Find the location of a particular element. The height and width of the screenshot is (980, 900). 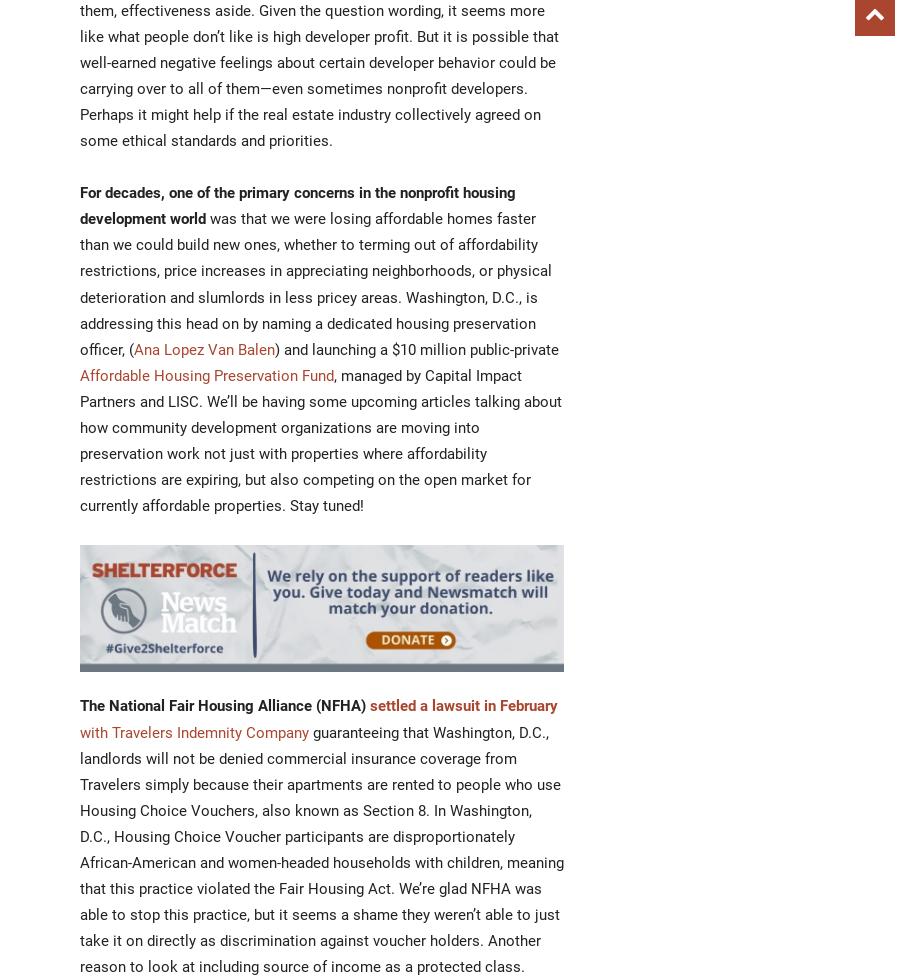

'$10 million public-private' is located at coordinates (392, 348).